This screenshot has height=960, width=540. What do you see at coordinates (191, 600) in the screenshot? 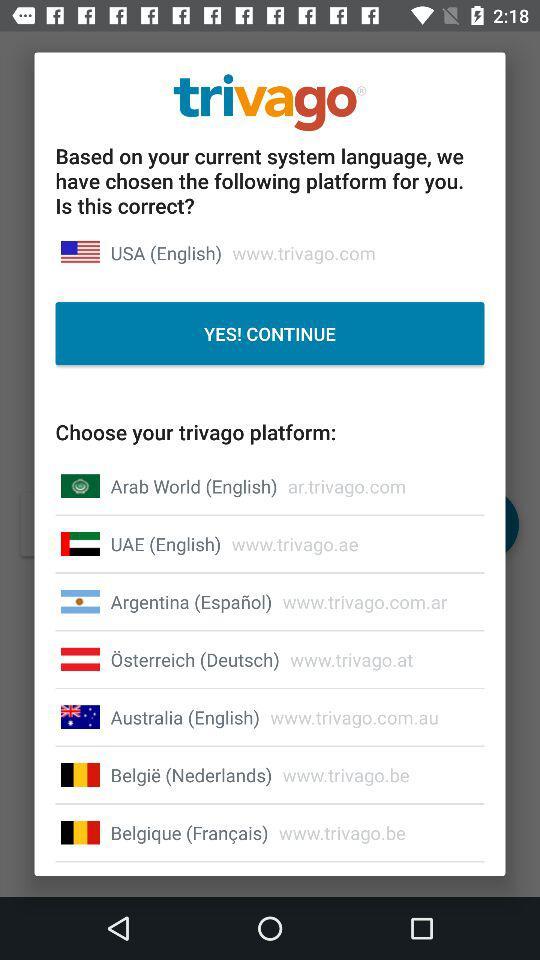
I see `the icon below uae (english)` at bounding box center [191, 600].